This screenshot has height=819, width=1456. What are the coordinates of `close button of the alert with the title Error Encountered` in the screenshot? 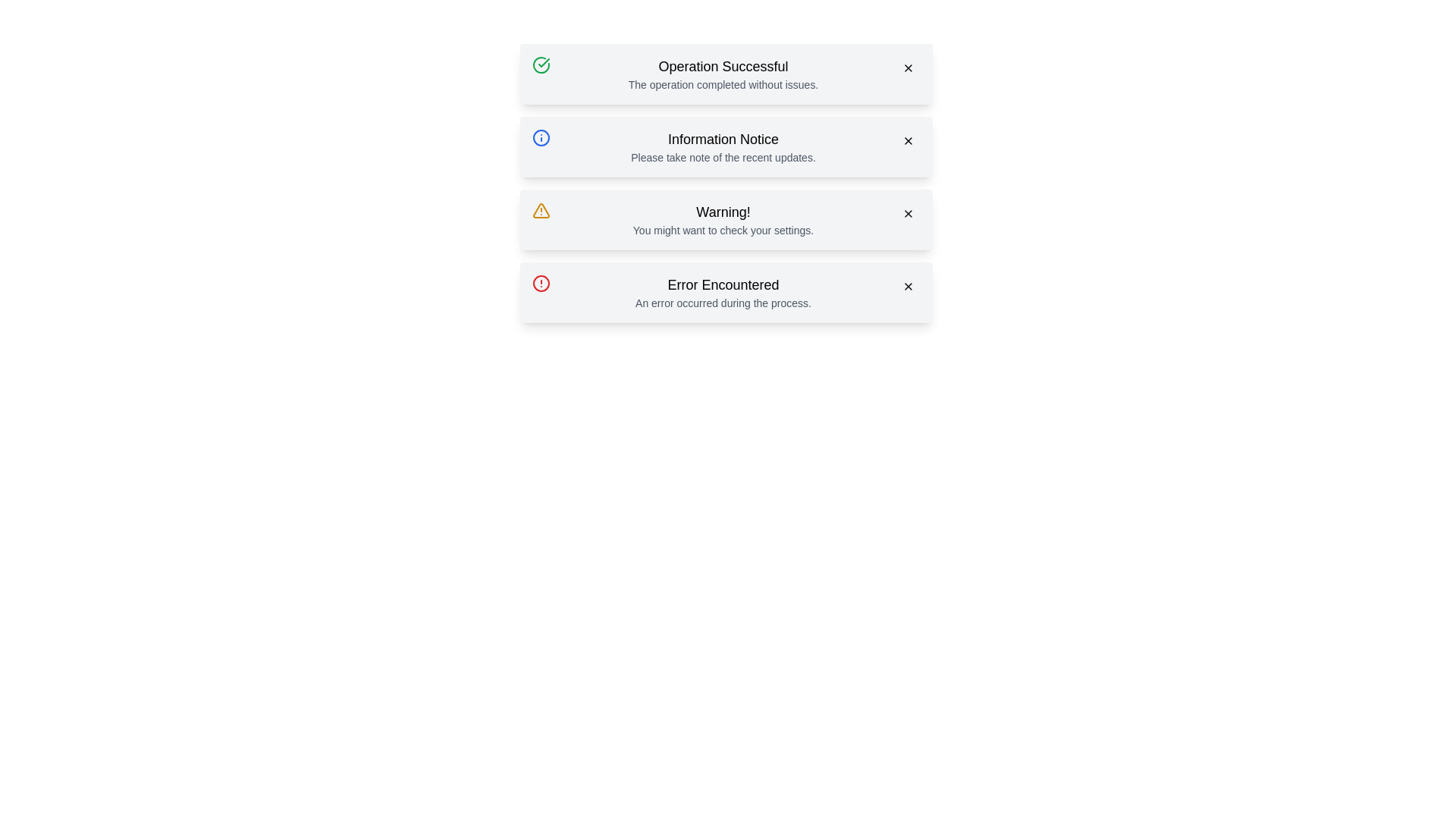 It's located at (908, 287).